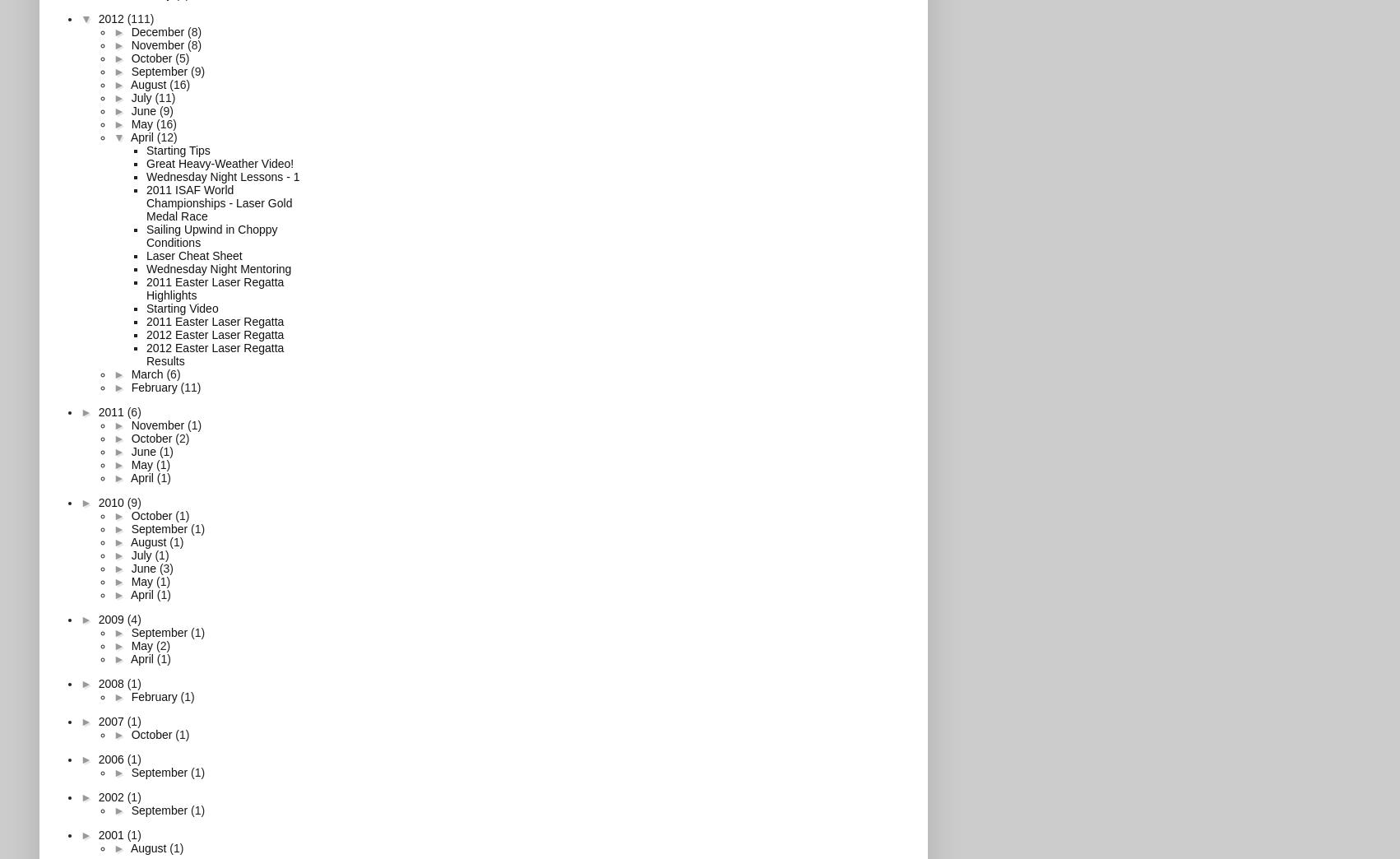 The height and width of the screenshot is (859, 1400). What do you see at coordinates (146, 307) in the screenshot?
I see `'Starting Video'` at bounding box center [146, 307].